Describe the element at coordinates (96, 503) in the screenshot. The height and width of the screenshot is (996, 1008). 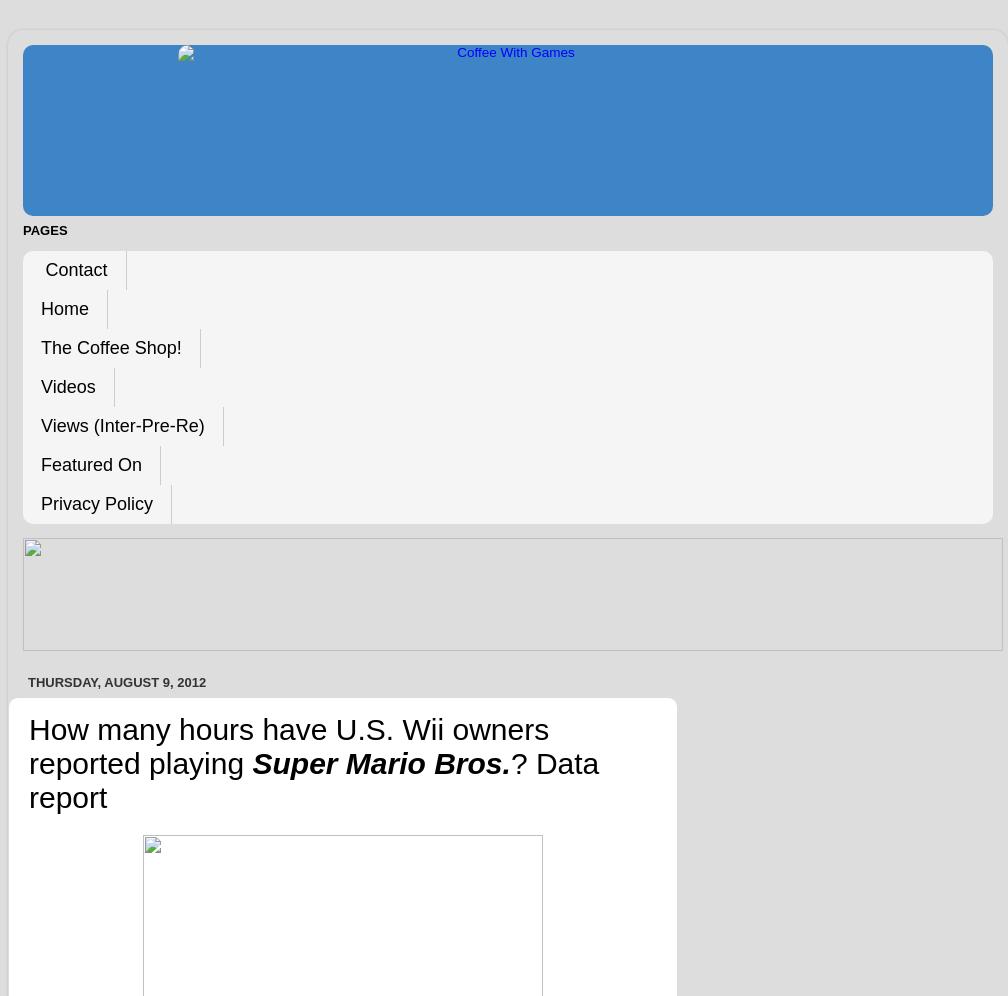
I see `'Privacy Policy'` at that location.